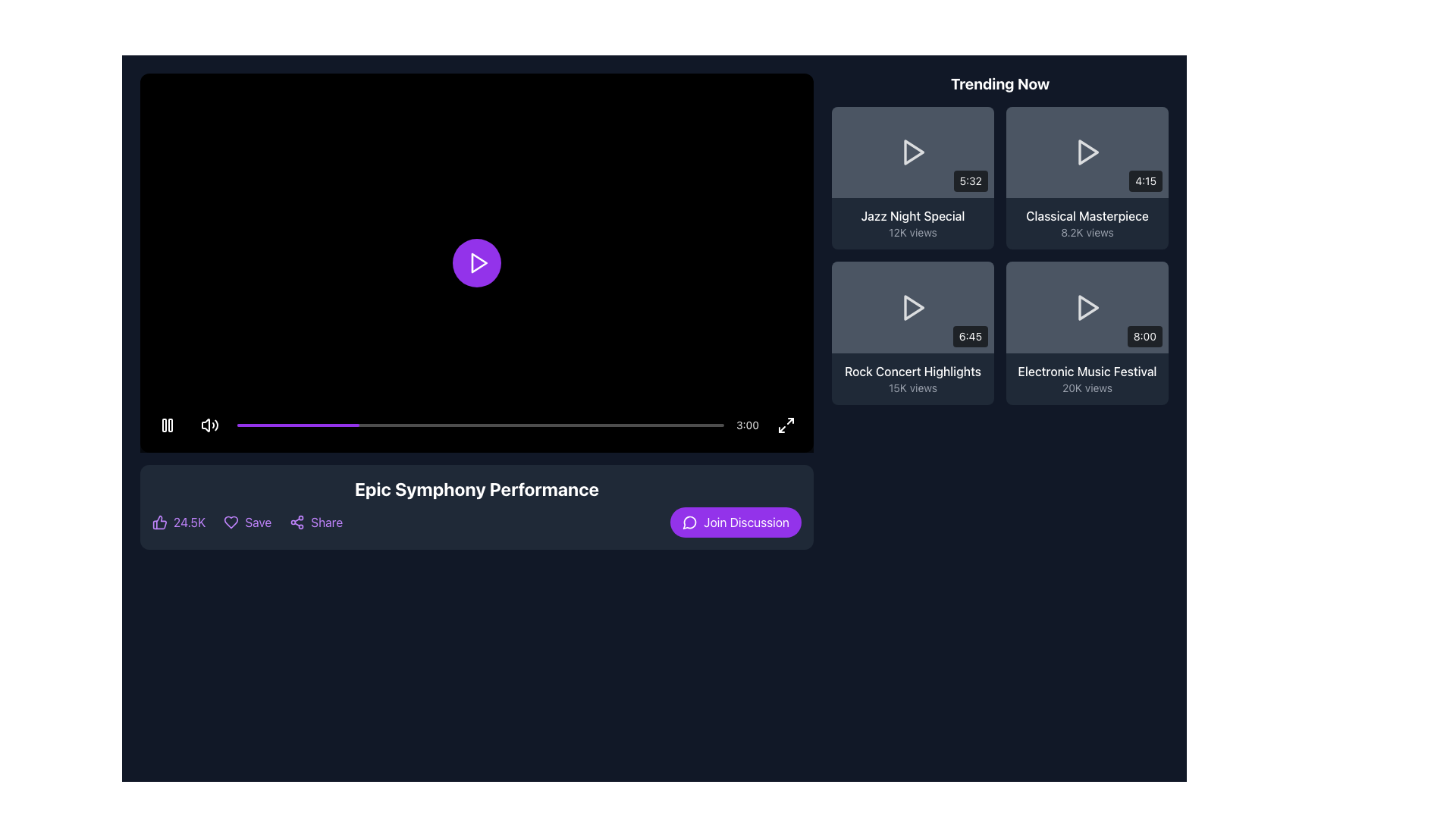  Describe the element at coordinates (189, 521) in the screenshot. I see `the informational Text element displaying the number of likes or approvals, which is located adjacent to the left of the 'Save' and 'Share' options at the bottom-left corner of the interaction options bar` at that location.